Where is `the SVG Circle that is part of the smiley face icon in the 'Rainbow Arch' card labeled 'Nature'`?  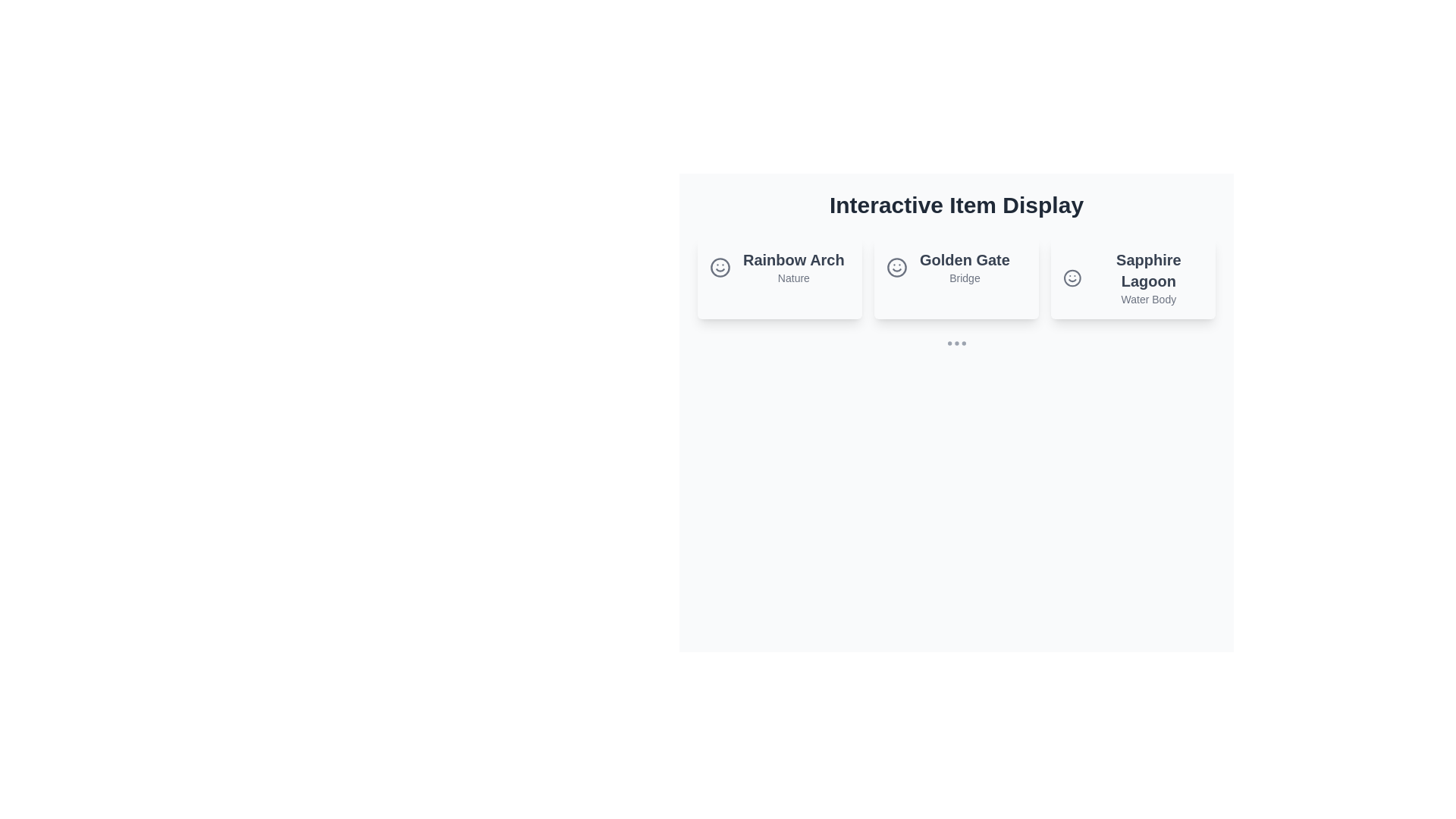
the SVG Circle that is part of the smiley face icon in the 'Rainbow Arch' card labeled 'Nature' is located at coordinates (720, 267).